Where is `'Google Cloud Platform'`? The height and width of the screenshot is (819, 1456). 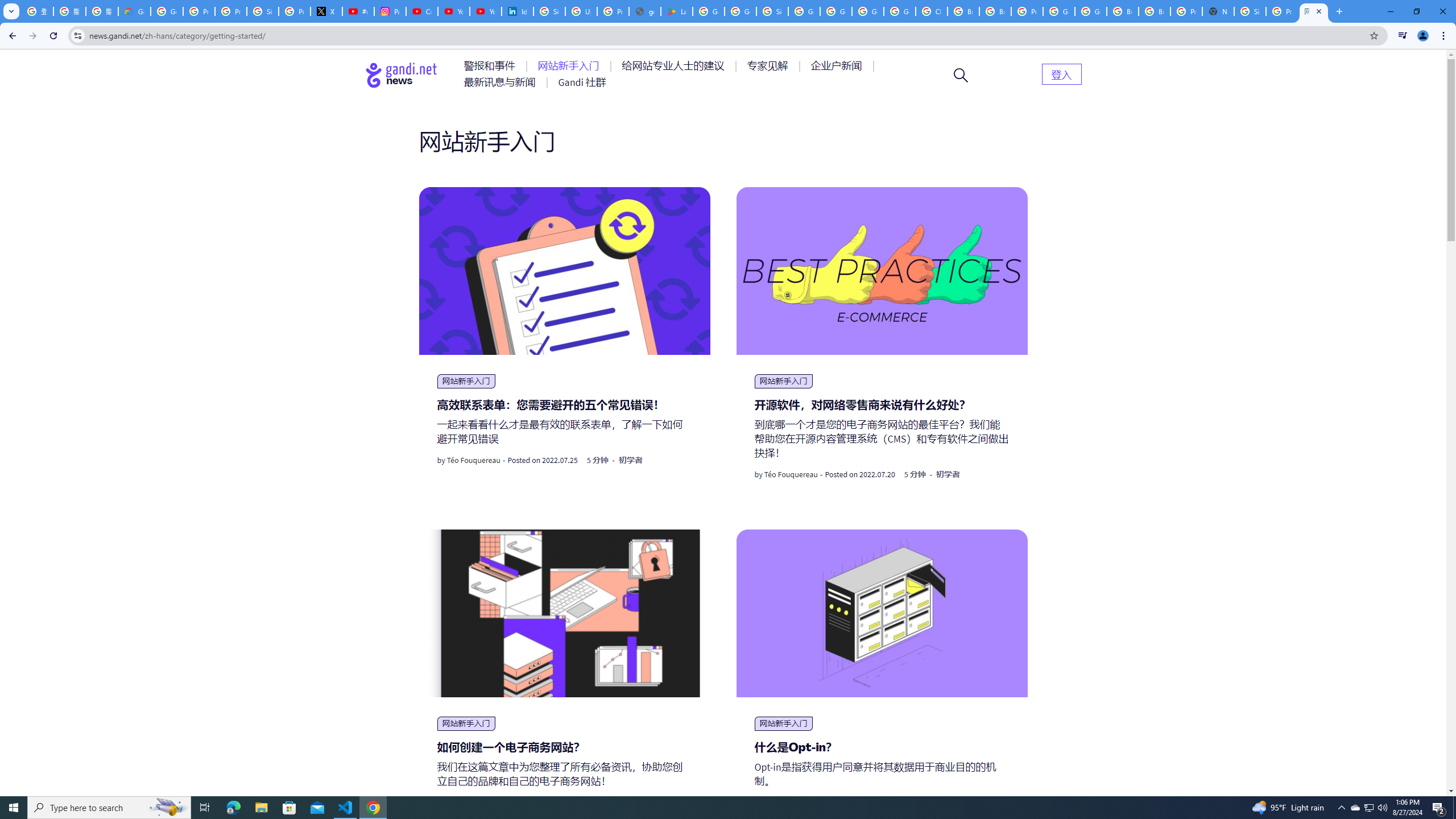 'Google Cloud Platform' is located at coordinates (1059, 11).